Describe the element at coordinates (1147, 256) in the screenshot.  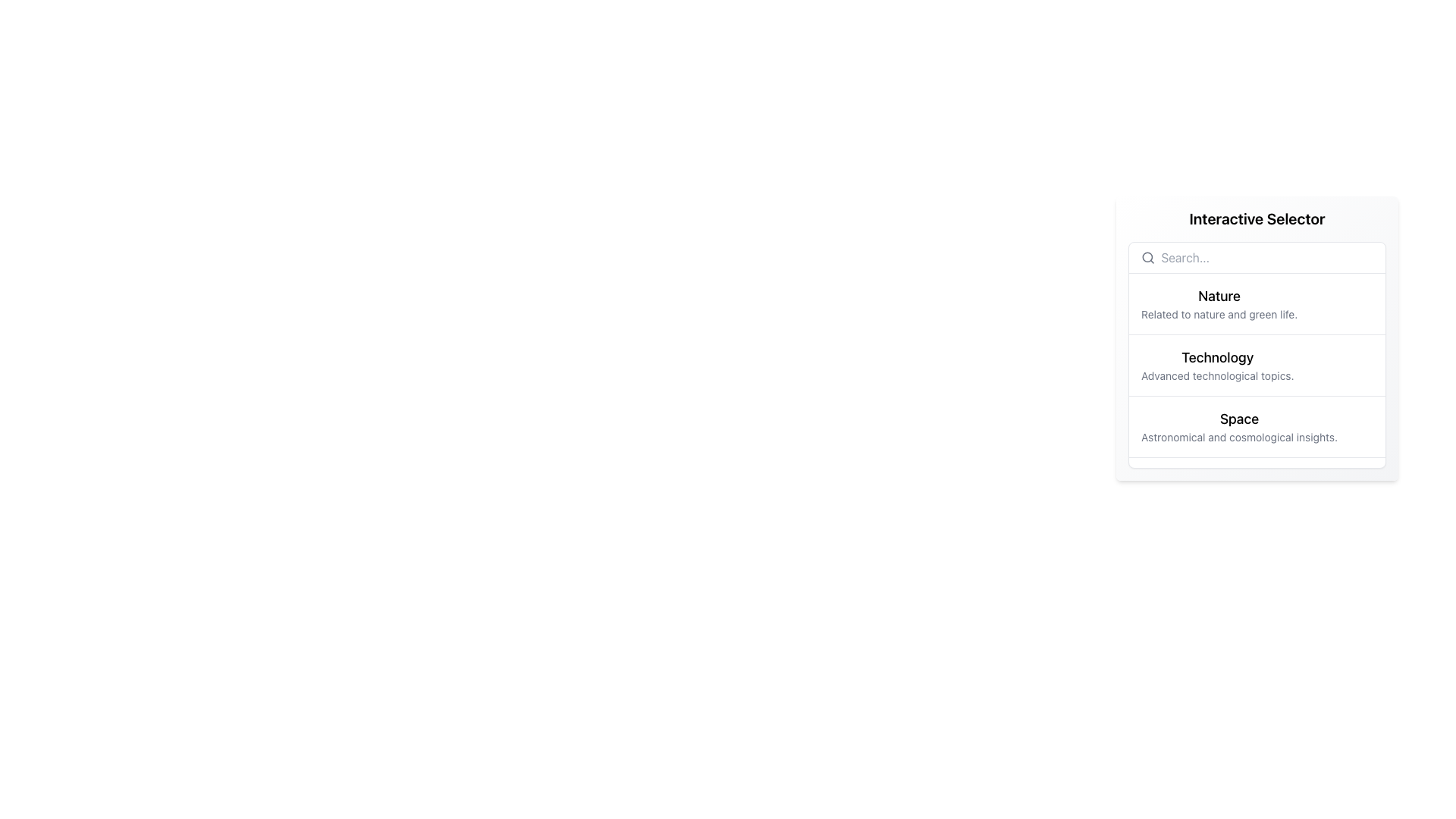
I see `the circular part of the search icon with a gray border located at the top-left corner of the search input field adjacent to the placeholder text 'Search...'` at that location.